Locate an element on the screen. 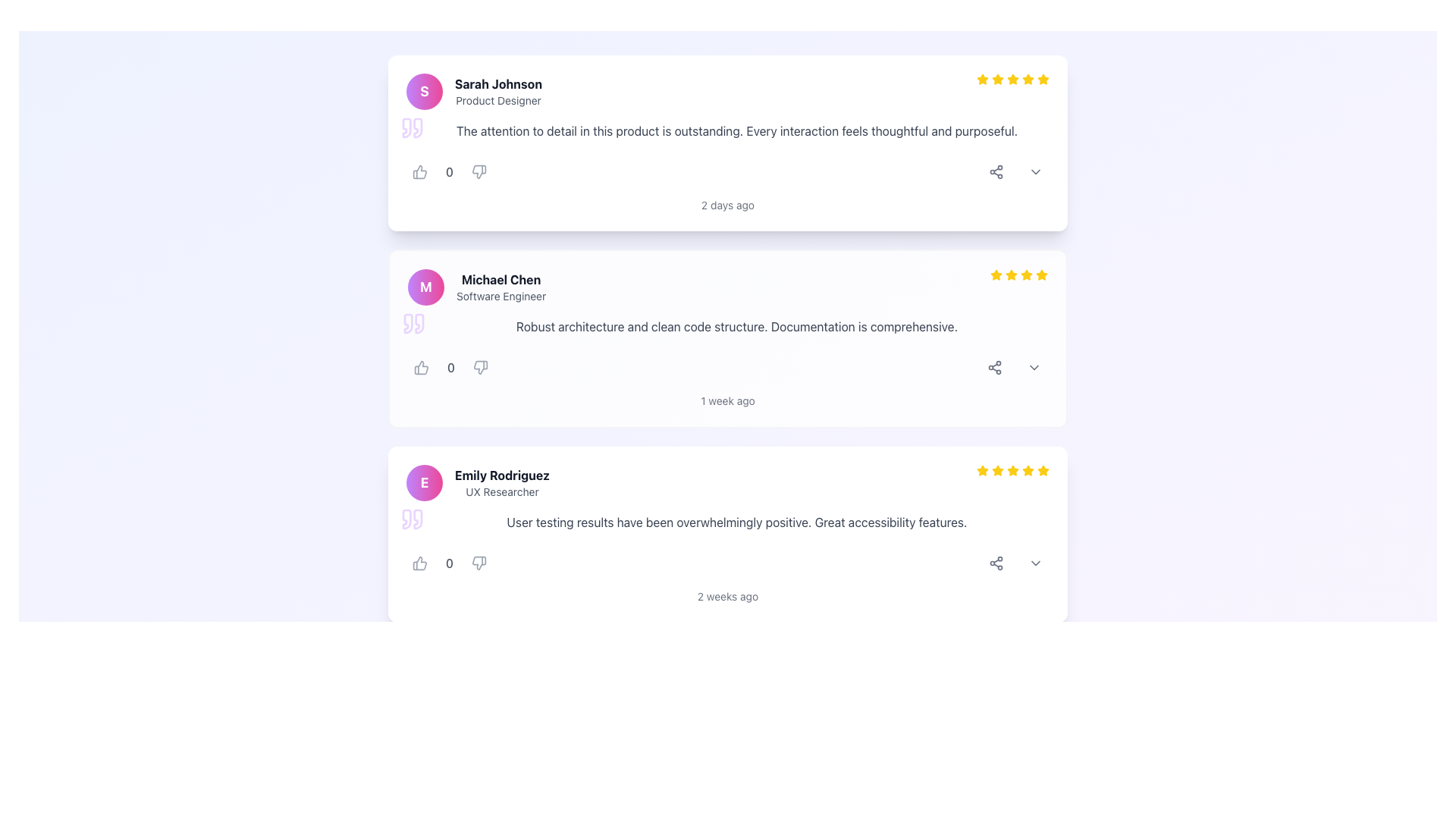 This screenshot has width=1456, height=819. the Profile information display, which shows the user's avatar, name, and role, located in the top-most card of user reviews on the left side is located at coordinates (473, 91).